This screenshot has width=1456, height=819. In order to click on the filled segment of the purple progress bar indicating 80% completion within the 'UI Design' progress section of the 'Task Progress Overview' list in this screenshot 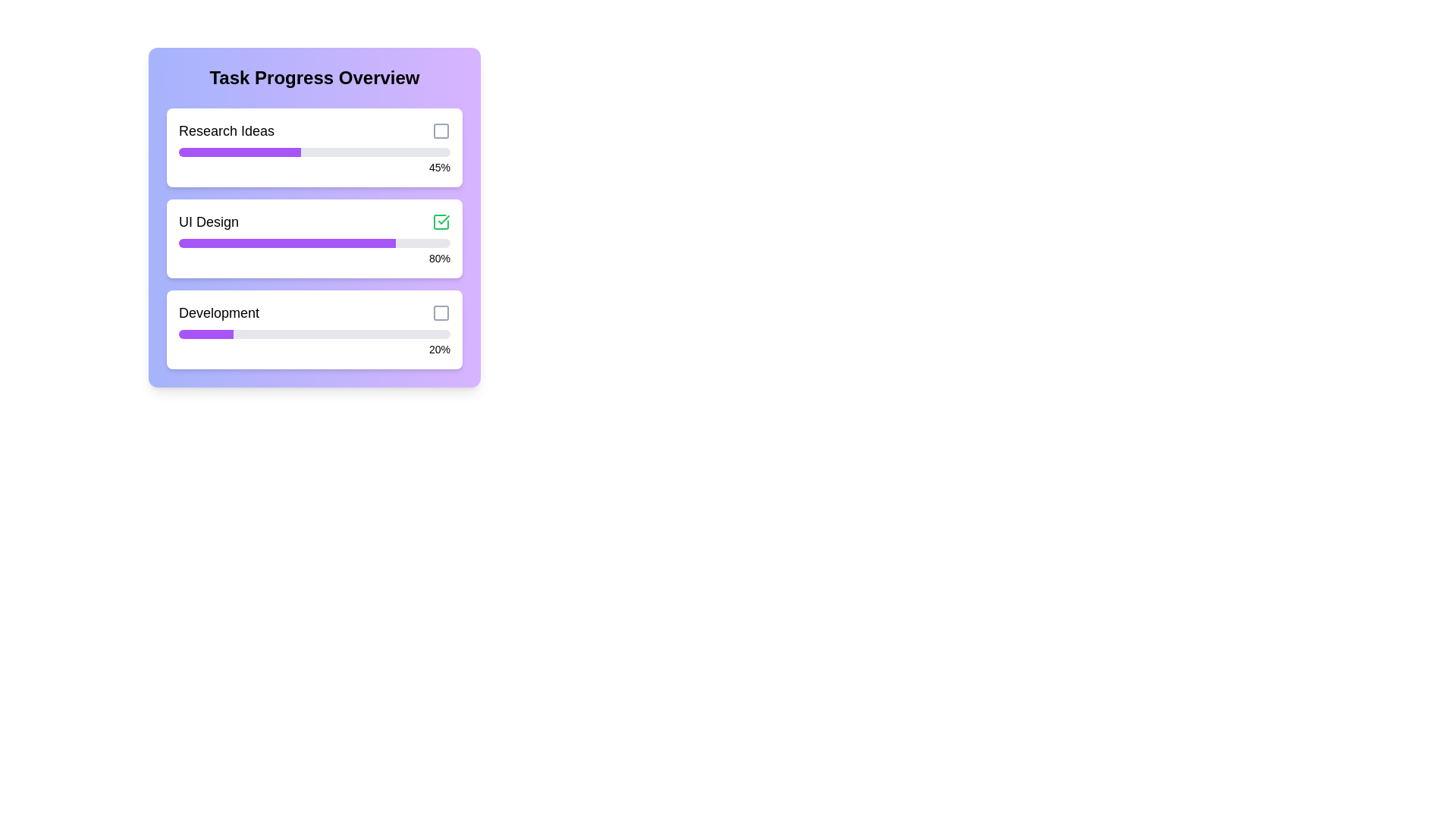, I will do `click(287, 242)`.